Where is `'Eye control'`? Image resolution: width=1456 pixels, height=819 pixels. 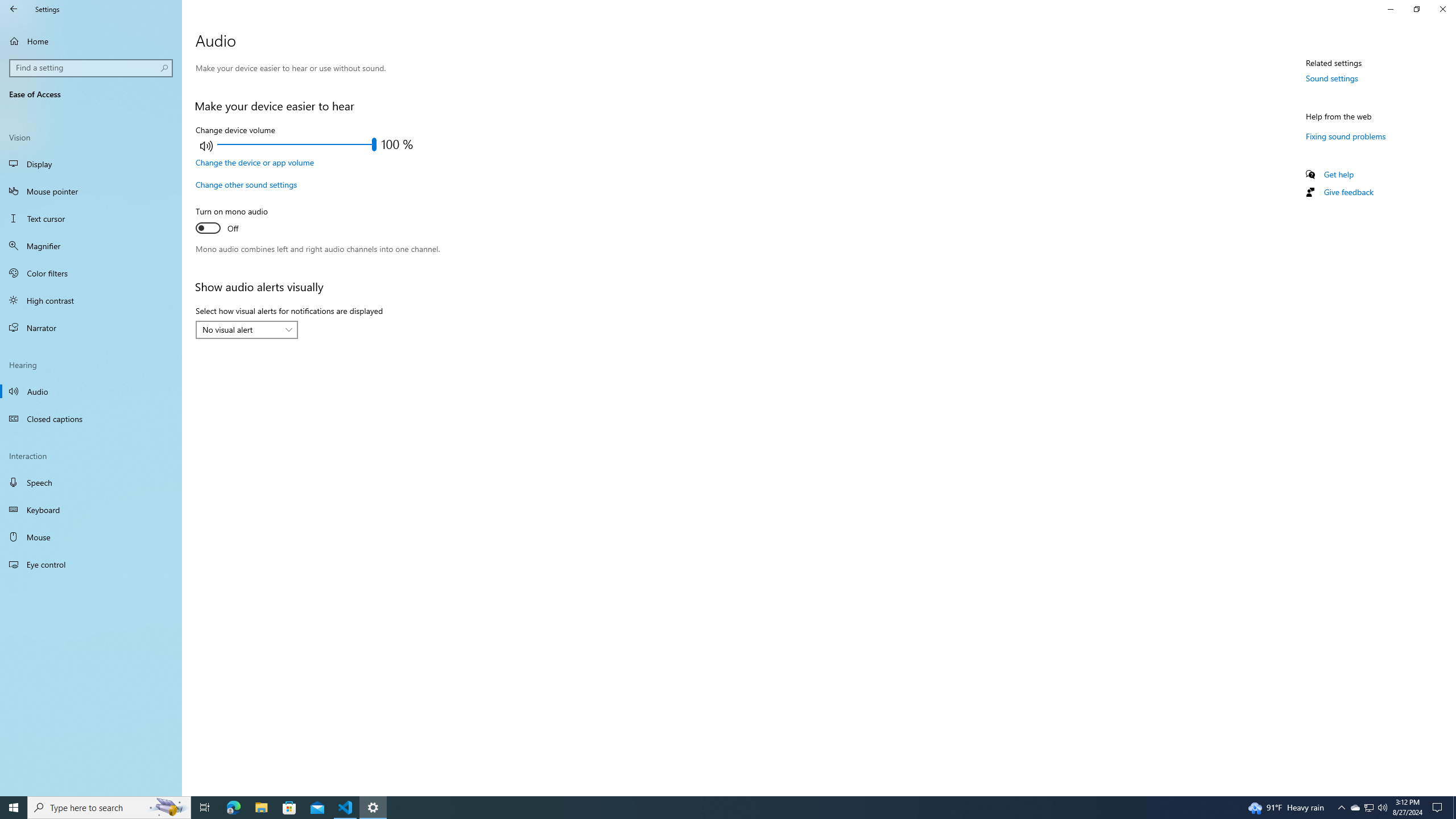 'Eye control' is located at coordinates (90, 564).